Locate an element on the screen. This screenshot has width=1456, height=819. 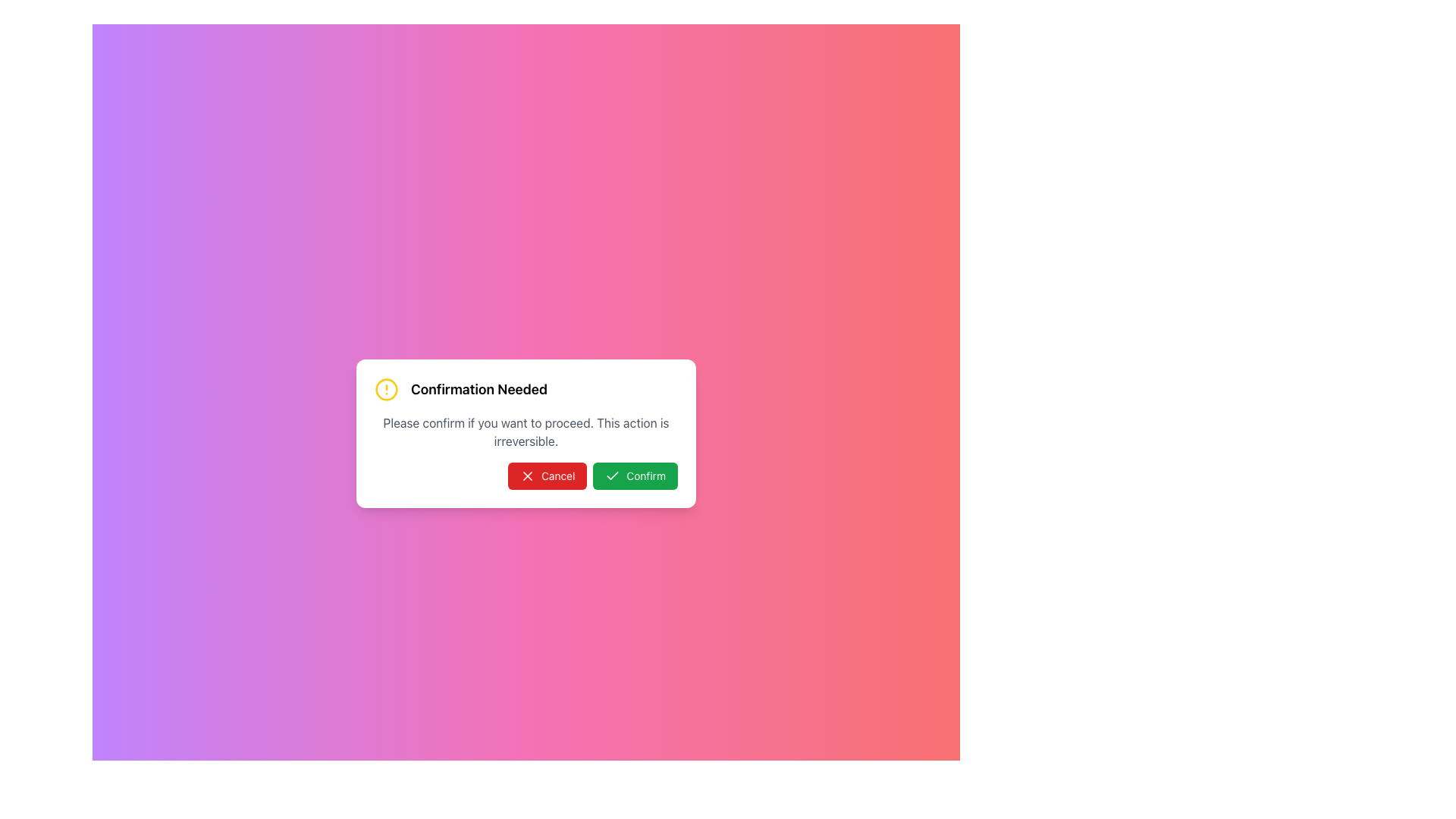
the confirmation icon located to the left of the 'Confirm' text in the confirmation dialog box is located at coordinates (613, 475).